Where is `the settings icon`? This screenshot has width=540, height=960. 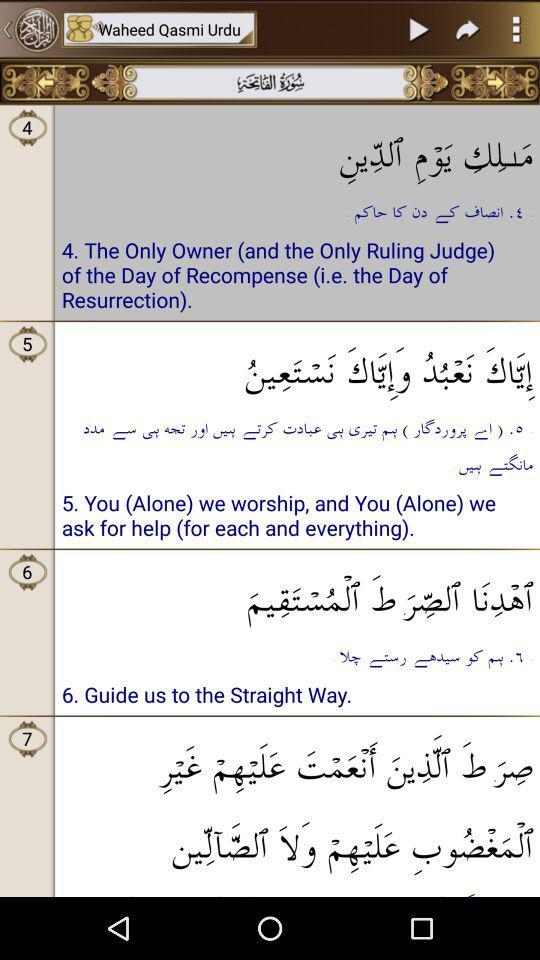
the settings icon is located at coordinates (29, 30).